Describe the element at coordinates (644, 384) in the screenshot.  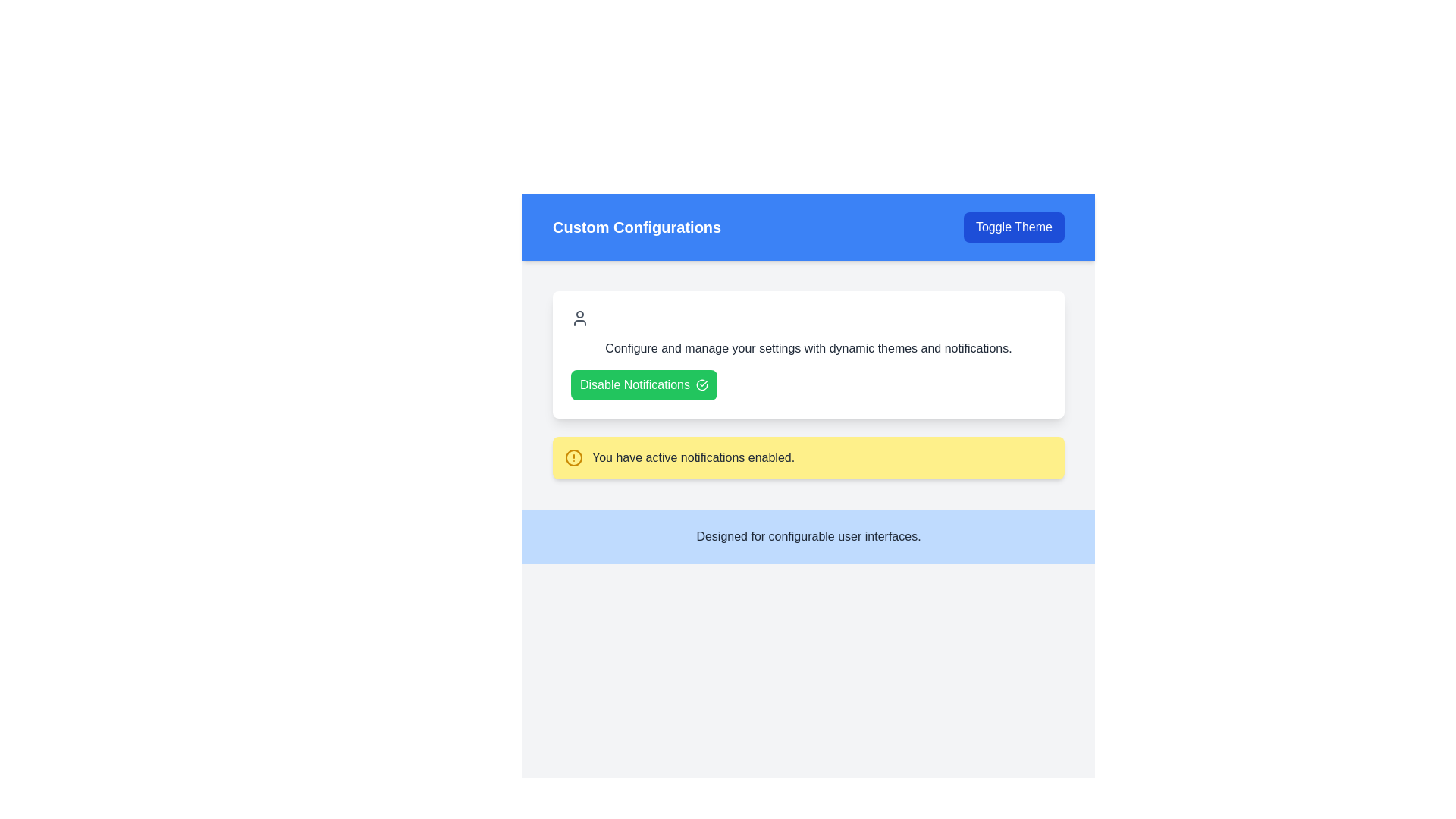
I see `the interactive button located at the top-center of the interface` at that location.